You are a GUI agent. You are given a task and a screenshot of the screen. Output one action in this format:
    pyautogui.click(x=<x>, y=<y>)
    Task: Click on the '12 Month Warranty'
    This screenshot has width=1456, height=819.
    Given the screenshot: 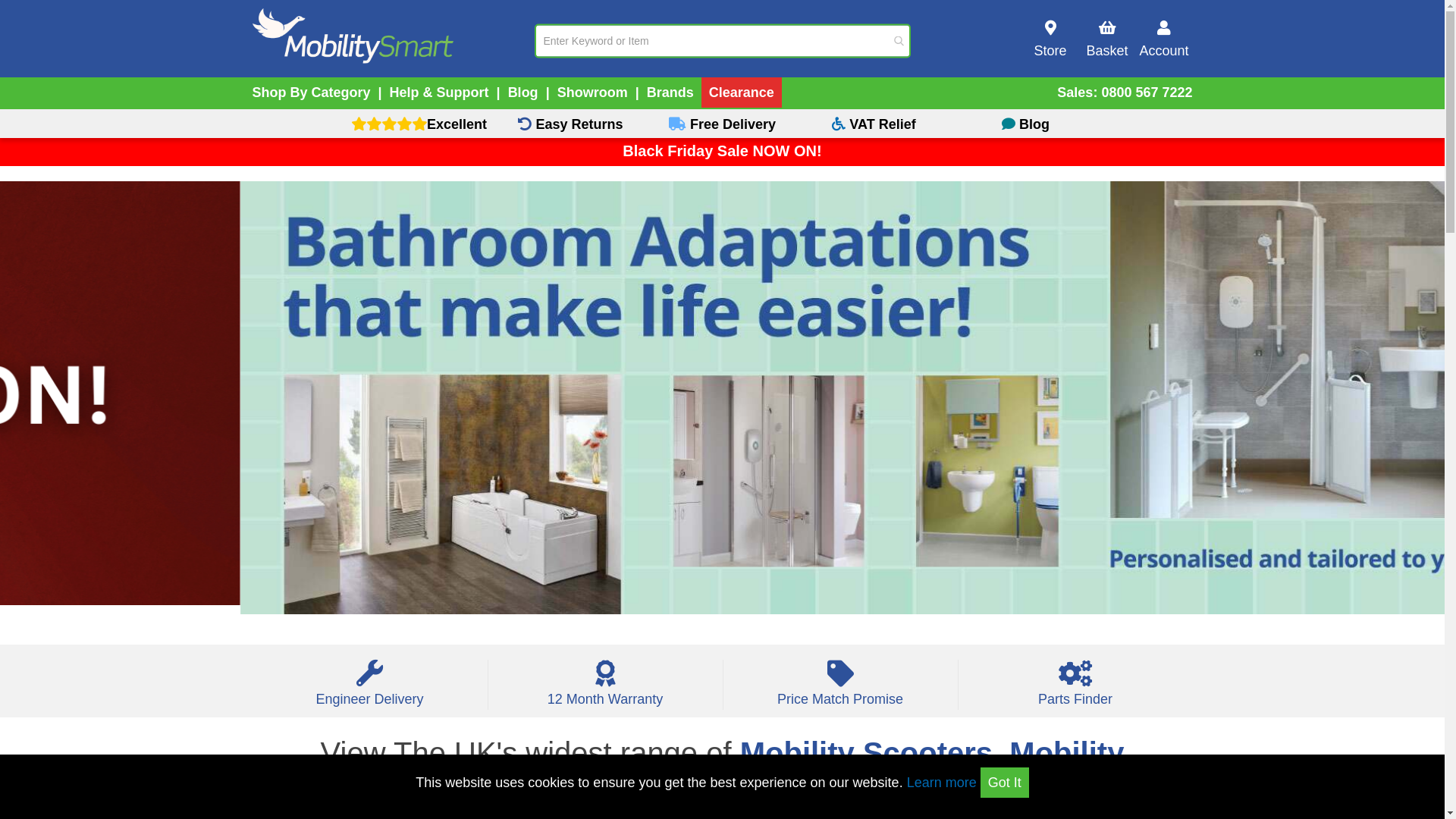 What is the action you would take?
    pyautogui.click(x=604, y=690)
    